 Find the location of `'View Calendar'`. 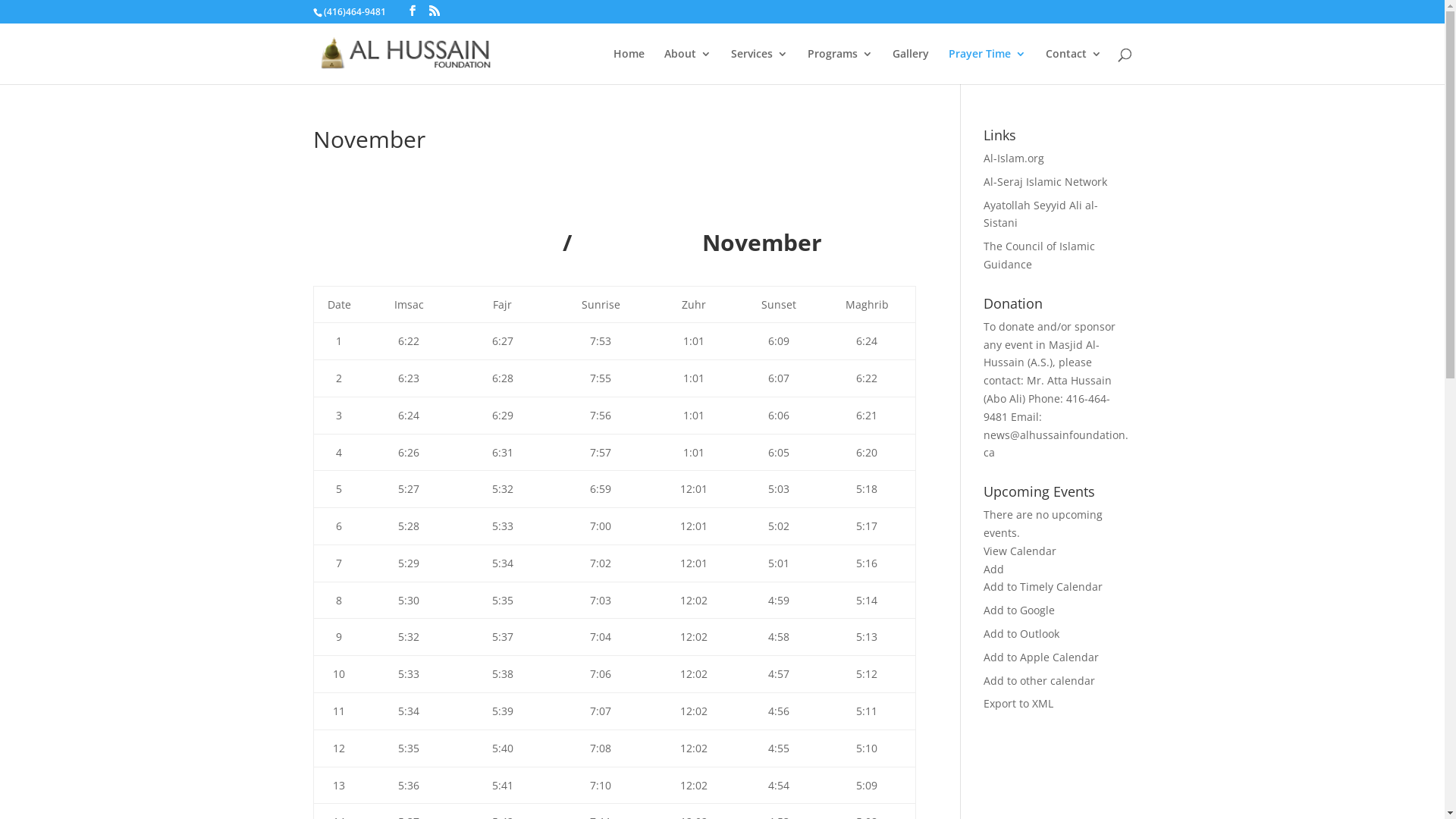

'View Calendar' is located at coordinates (1019, 551).